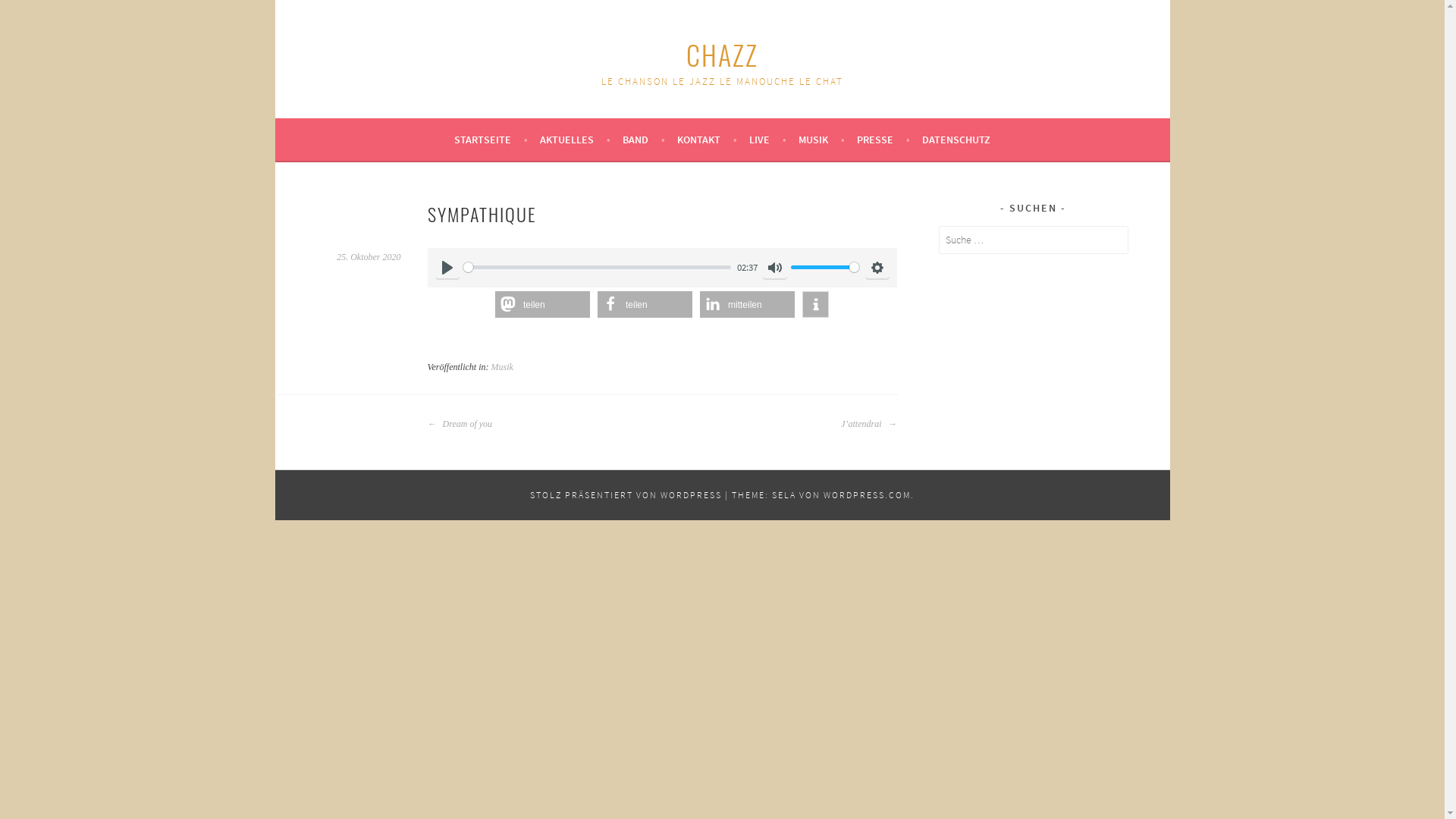 The height and width of the screenshot is (819, 1456). I want to click on 'Weitere Informationen', so click(814, 304).